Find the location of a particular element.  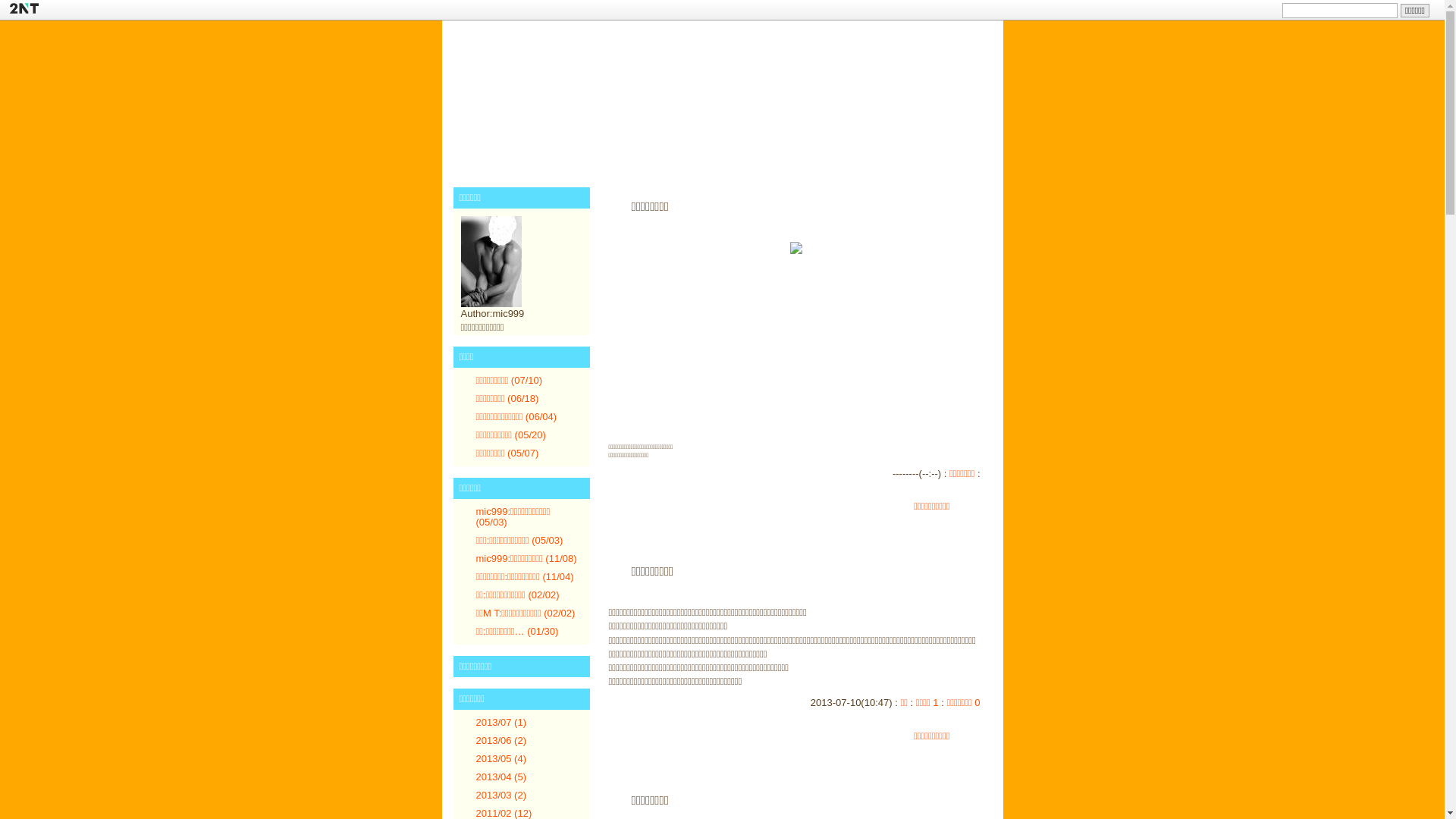

'2013/03 (2)' is located at coordinates (501, 794).